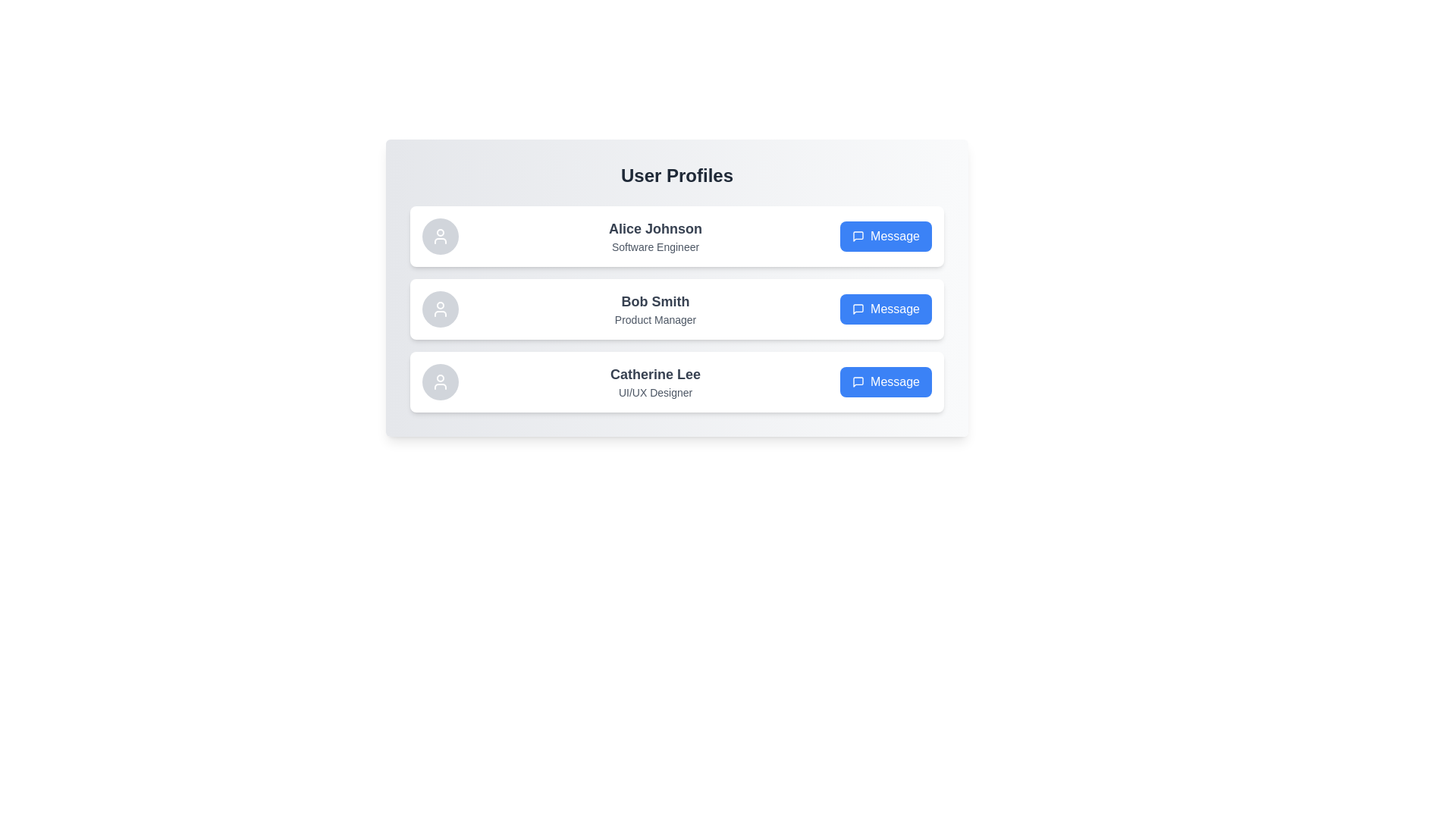  I want to click on the text of Catherine Lee to select it, so click(655, 374).